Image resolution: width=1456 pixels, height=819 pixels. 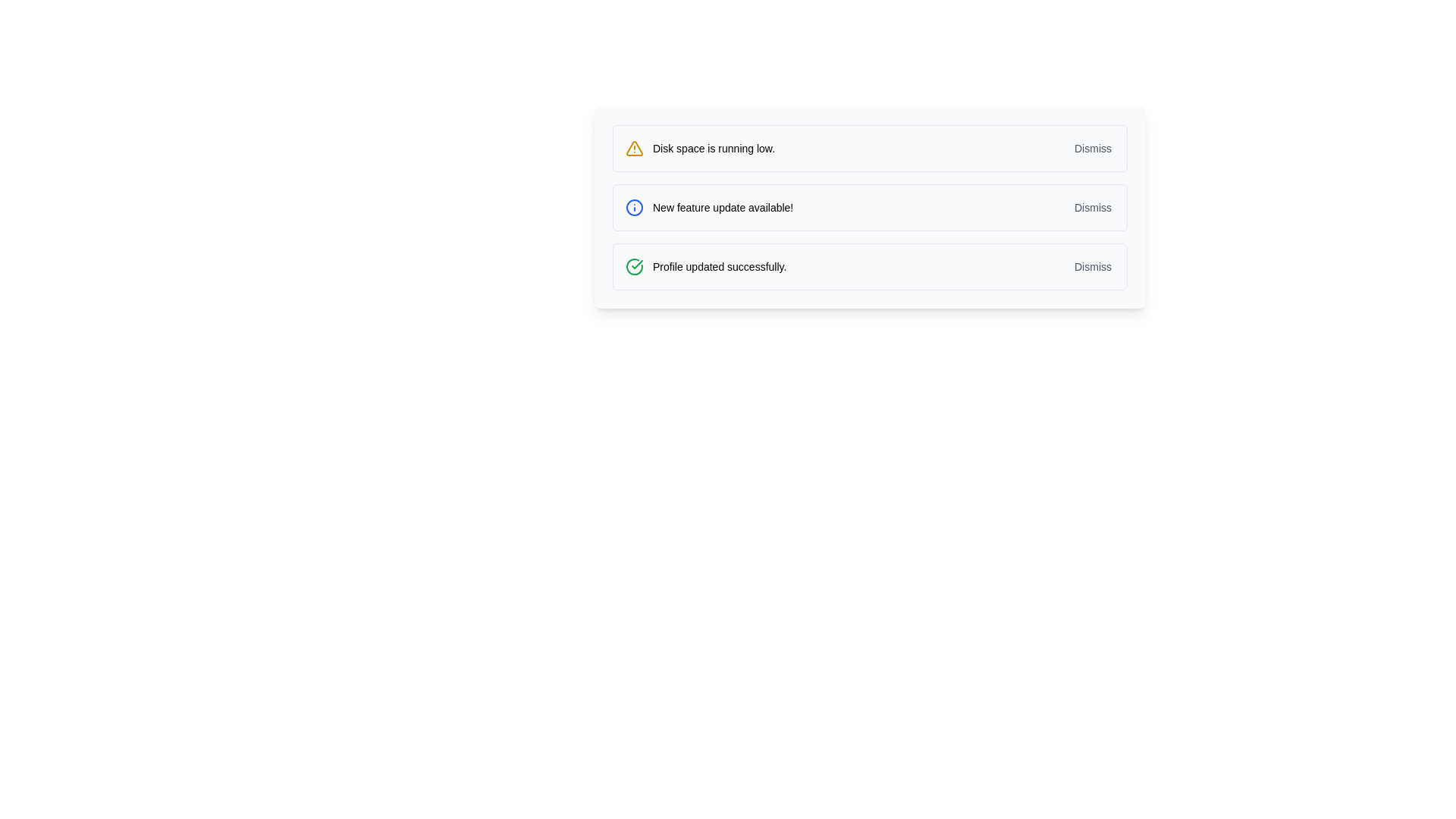 I want to click on the confirmation icon indicating 'Profile updated successfully', which is located to the left of the message text, so click(x=634, y=265).